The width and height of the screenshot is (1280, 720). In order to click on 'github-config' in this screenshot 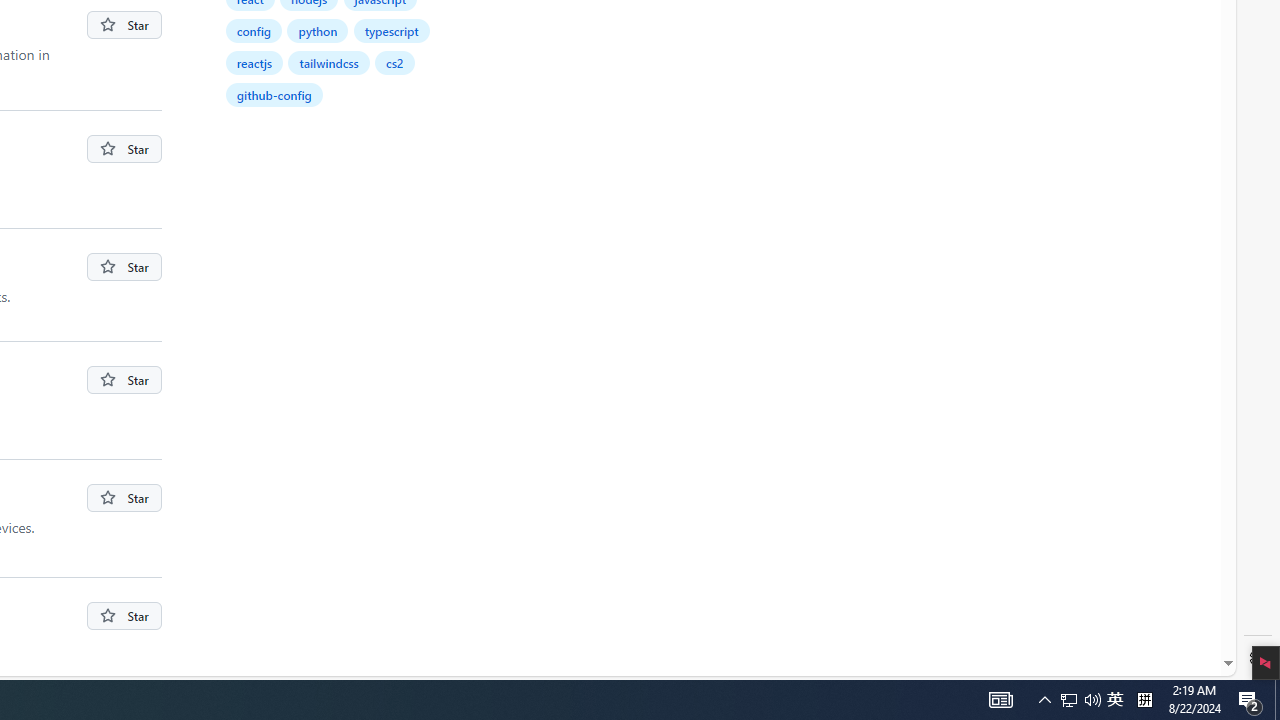, I will do `click(274, 95)`.